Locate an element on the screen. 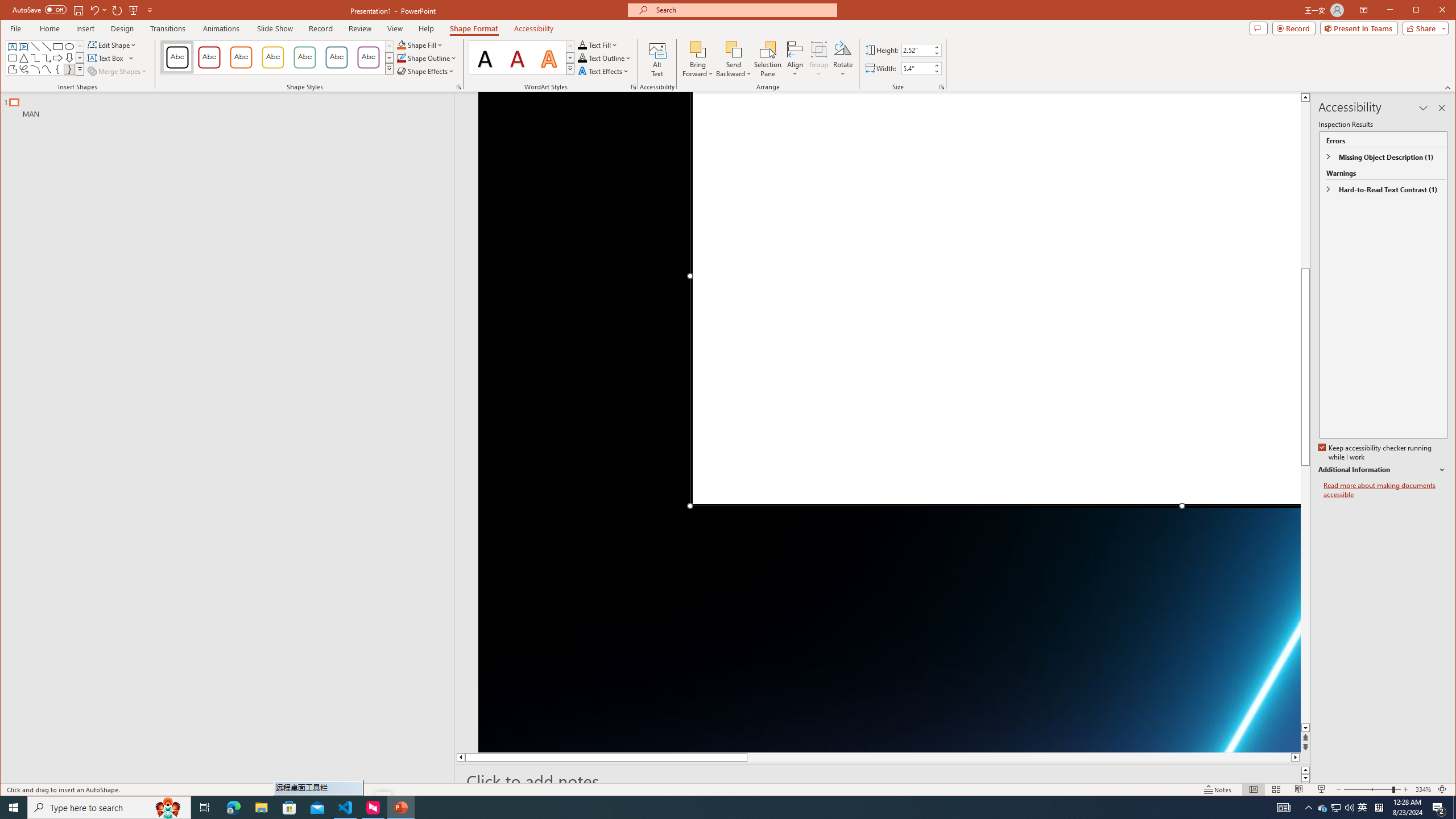  'Colored Outline - Gold, Accent 3' is located at coordinates (273, 57).